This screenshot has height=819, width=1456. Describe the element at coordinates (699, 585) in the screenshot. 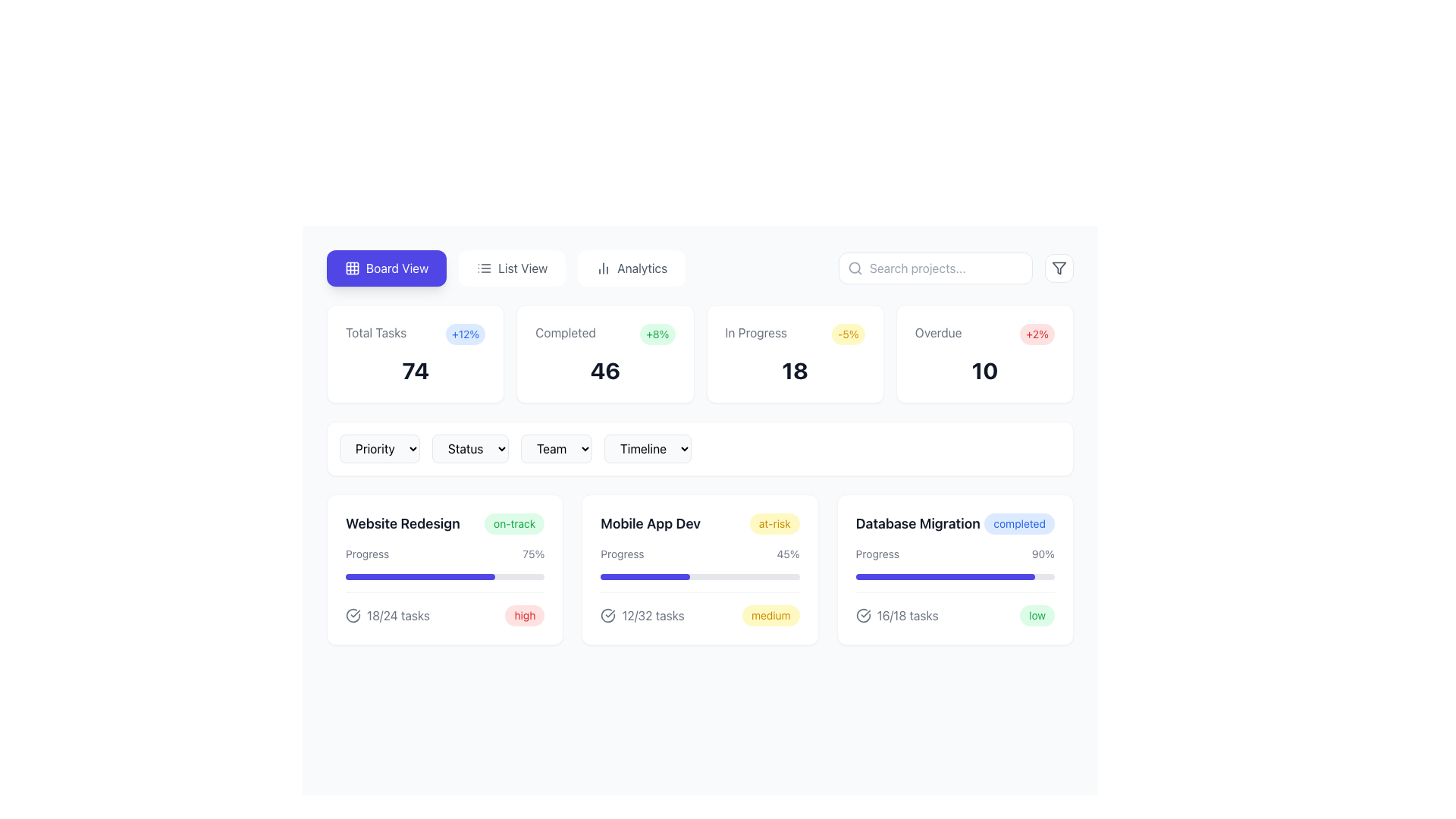

I see `the Progress Tracker Widget card located in the second column of the second row under the 'Board View' dashboard` at that location.